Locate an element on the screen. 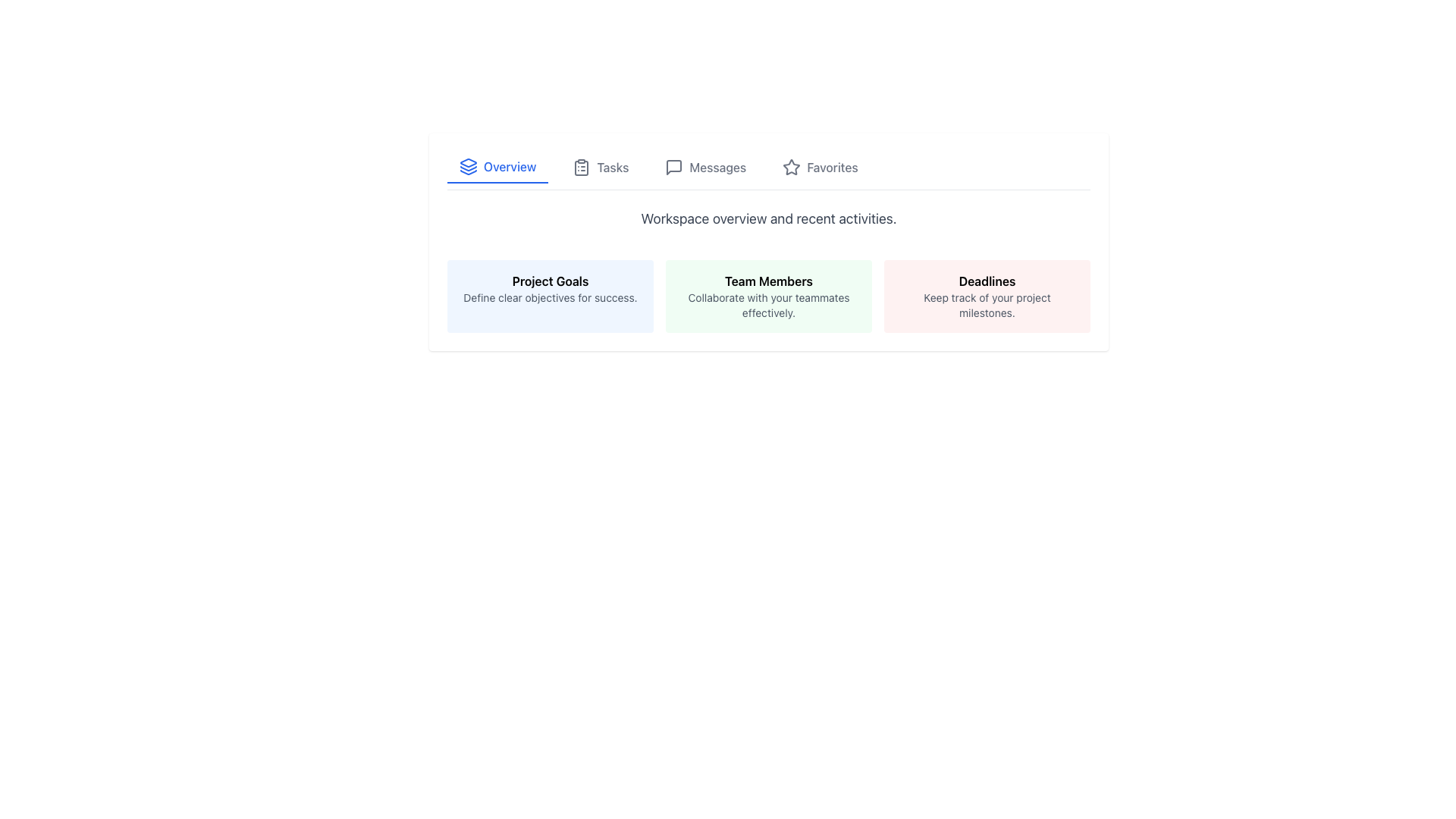  the 'Overview' text label in the navigation bar is located at coordinates (510, 166).